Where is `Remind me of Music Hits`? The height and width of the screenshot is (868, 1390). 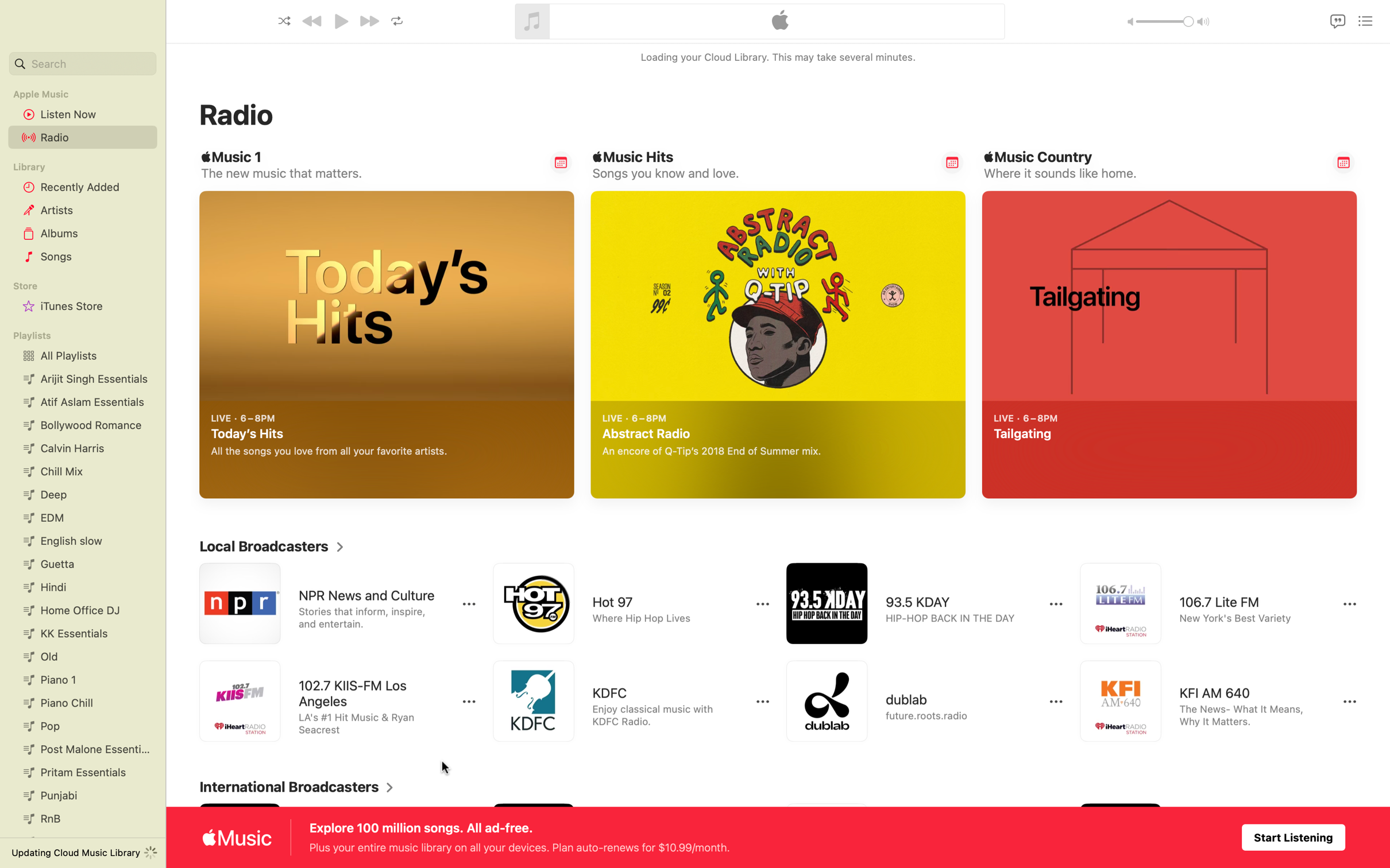
Remind me of Music Hits is located at coordinates (951, 163).